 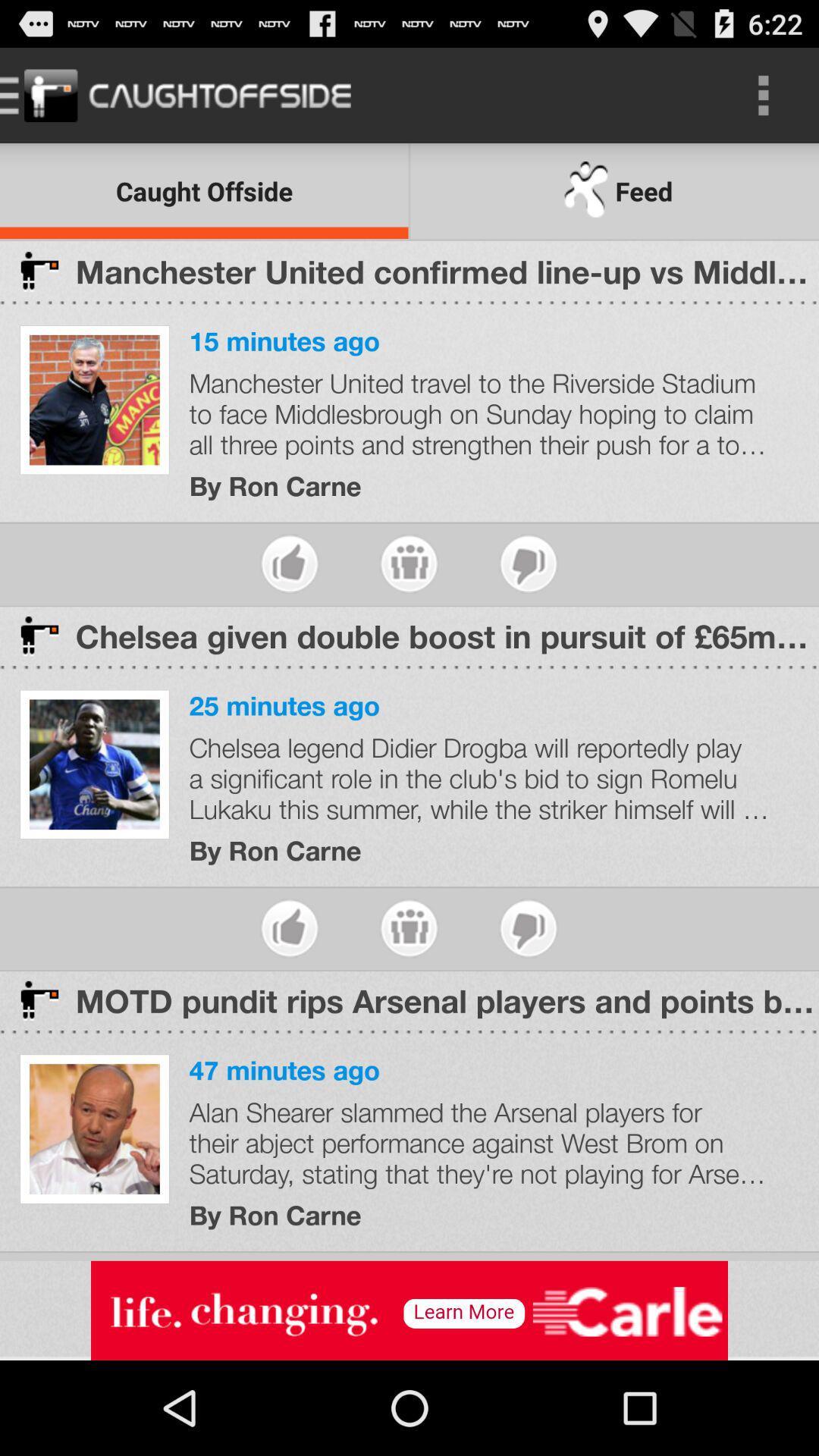 What do you see at coordinates (290, 563) in the screenshot?
I see `like the post` at bounding box center [290, 563].